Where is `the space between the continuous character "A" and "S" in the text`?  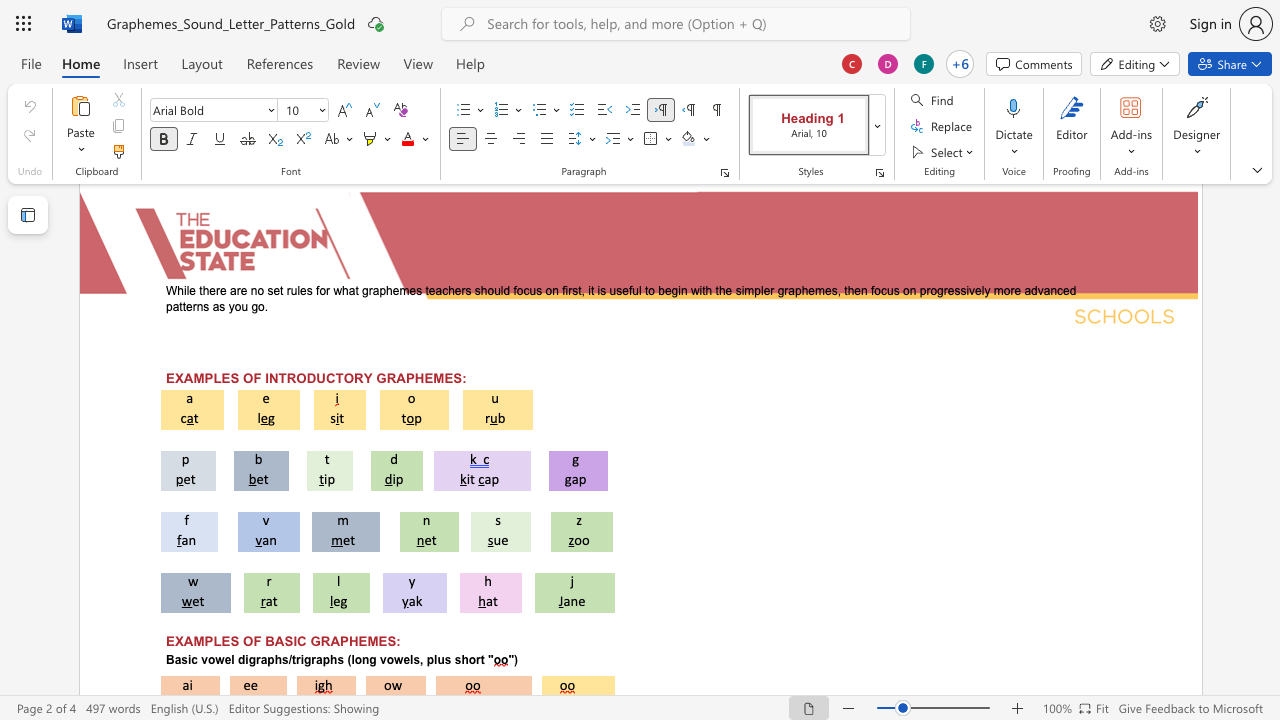
the space between the continuous character "A" and "S" in the text is located at coordinates (283, 641).